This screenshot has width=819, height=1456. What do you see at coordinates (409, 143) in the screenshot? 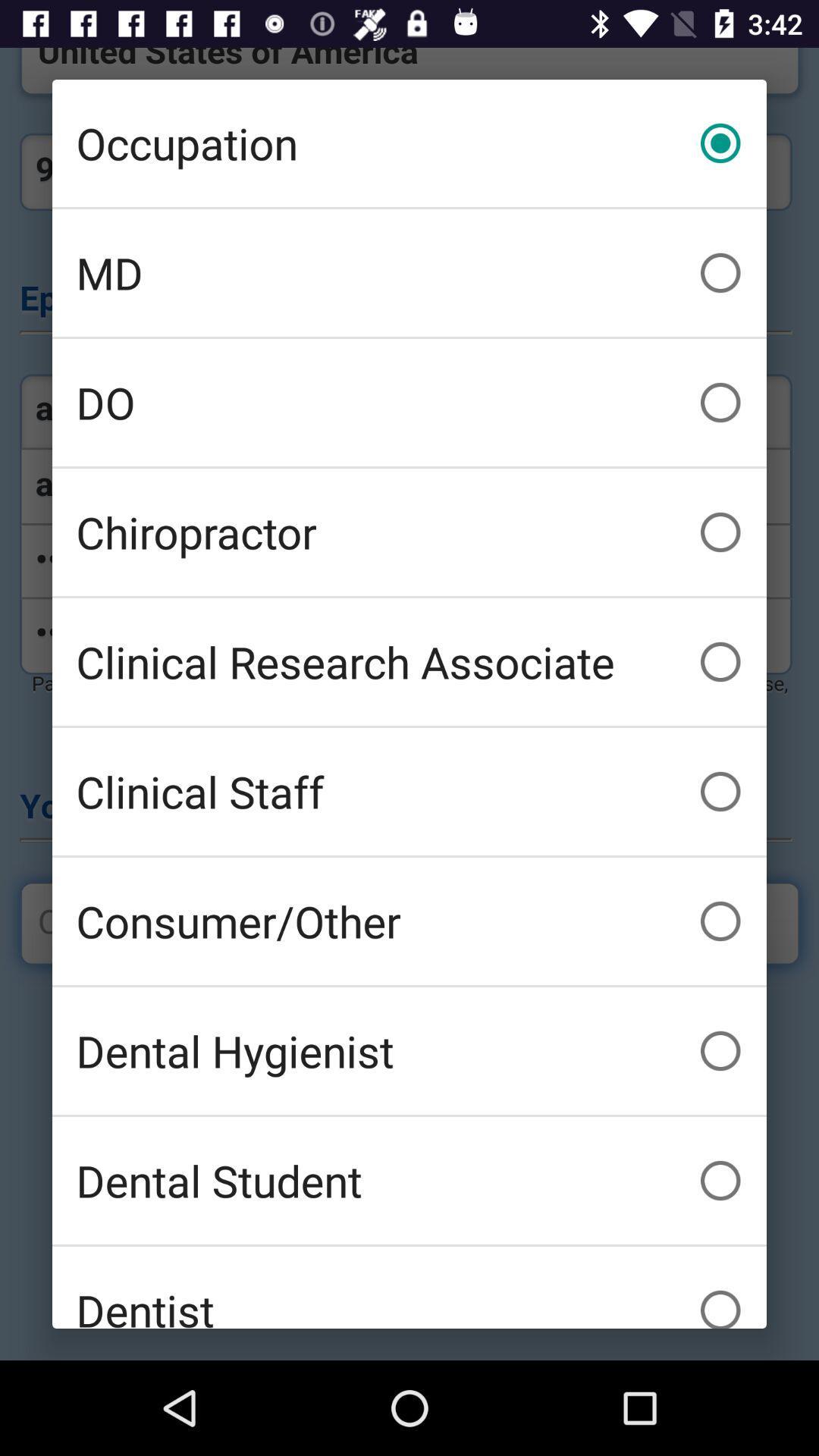
I see `icon above md` at bounding box center [409, 143].